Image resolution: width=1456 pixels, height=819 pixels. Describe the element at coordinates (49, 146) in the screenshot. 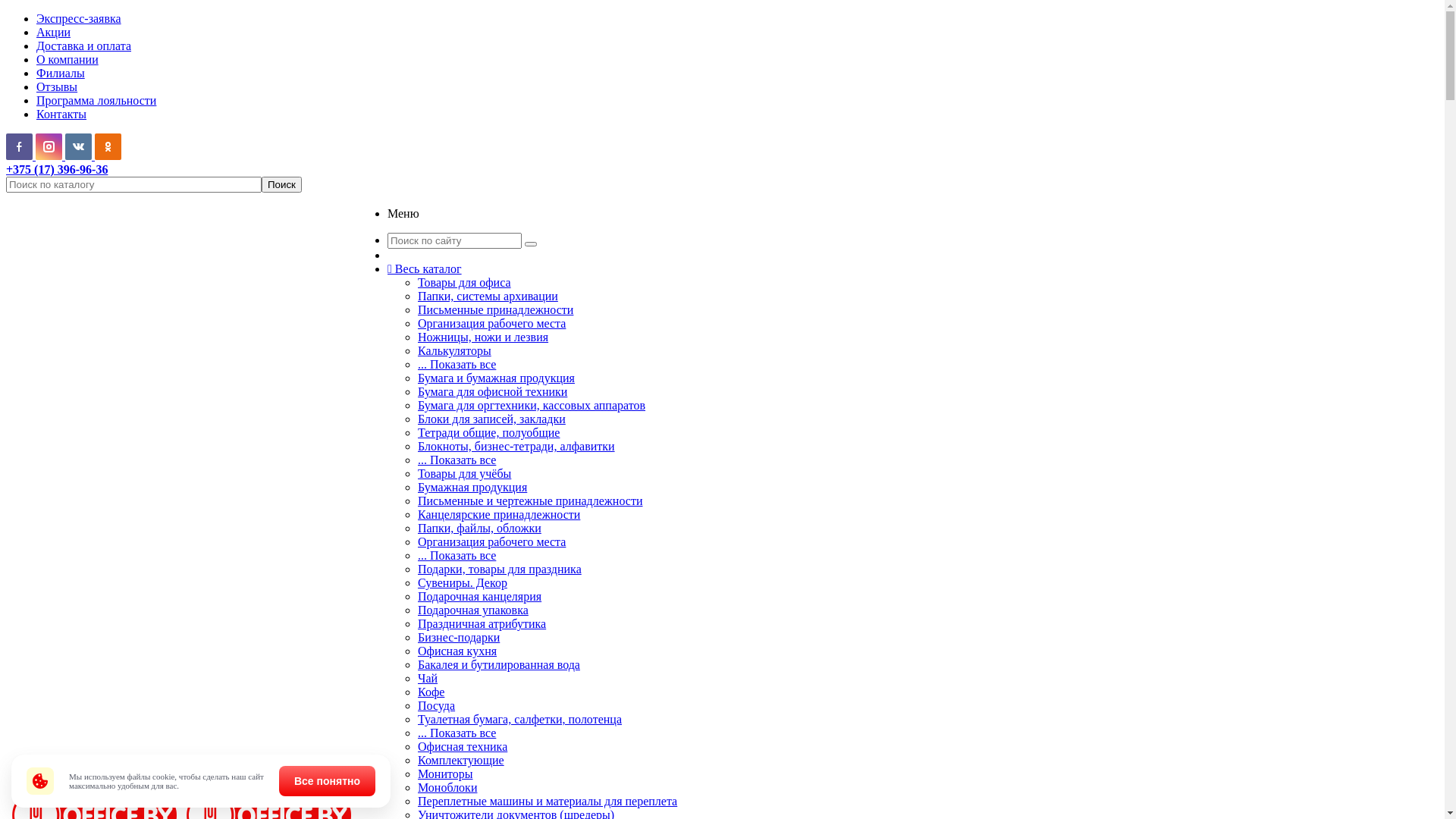

I see `'Instagram'` at that location.